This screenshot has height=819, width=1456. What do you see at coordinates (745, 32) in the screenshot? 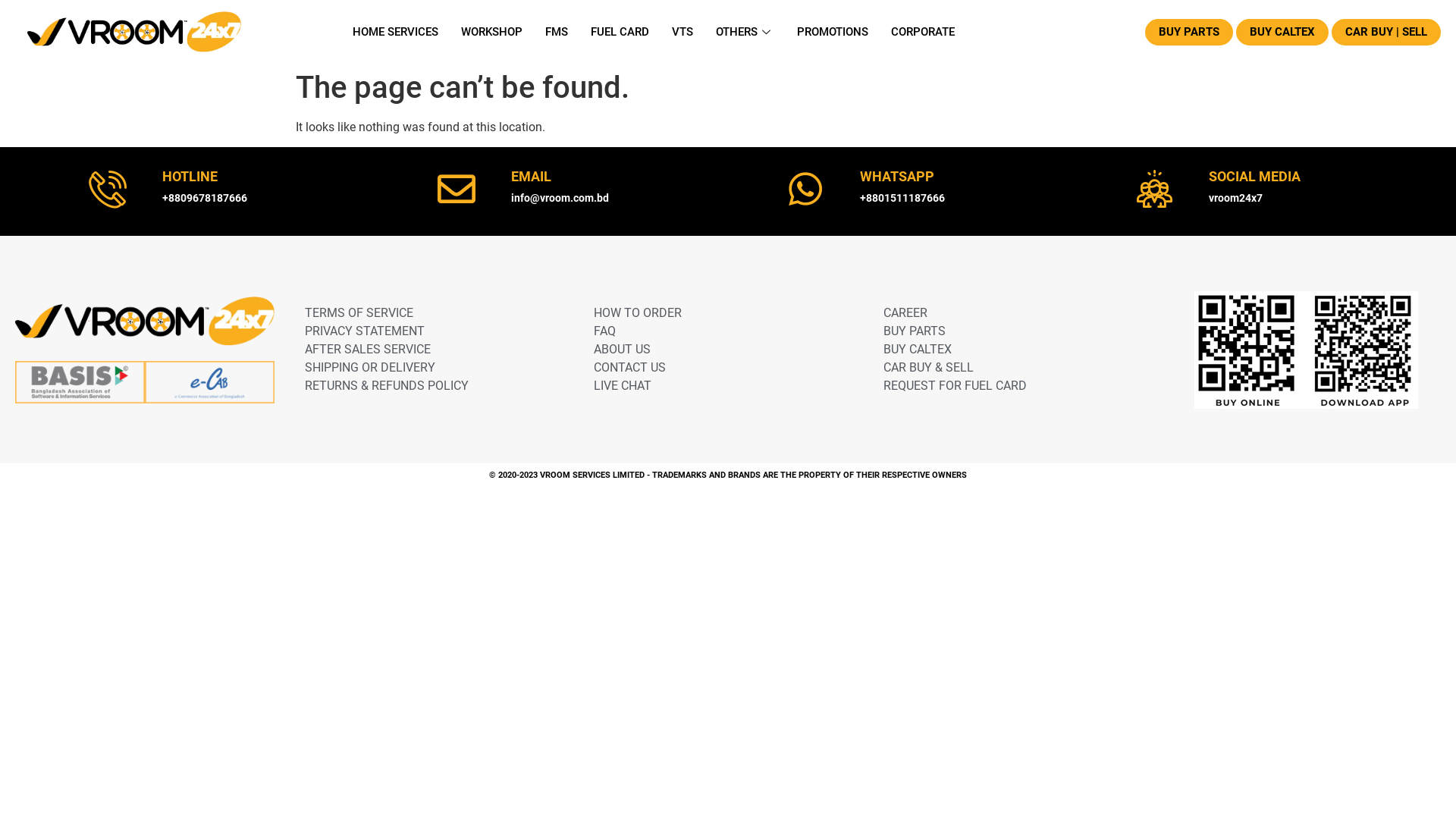
I see `'OTHERS'` at bounding box center [745, 32].